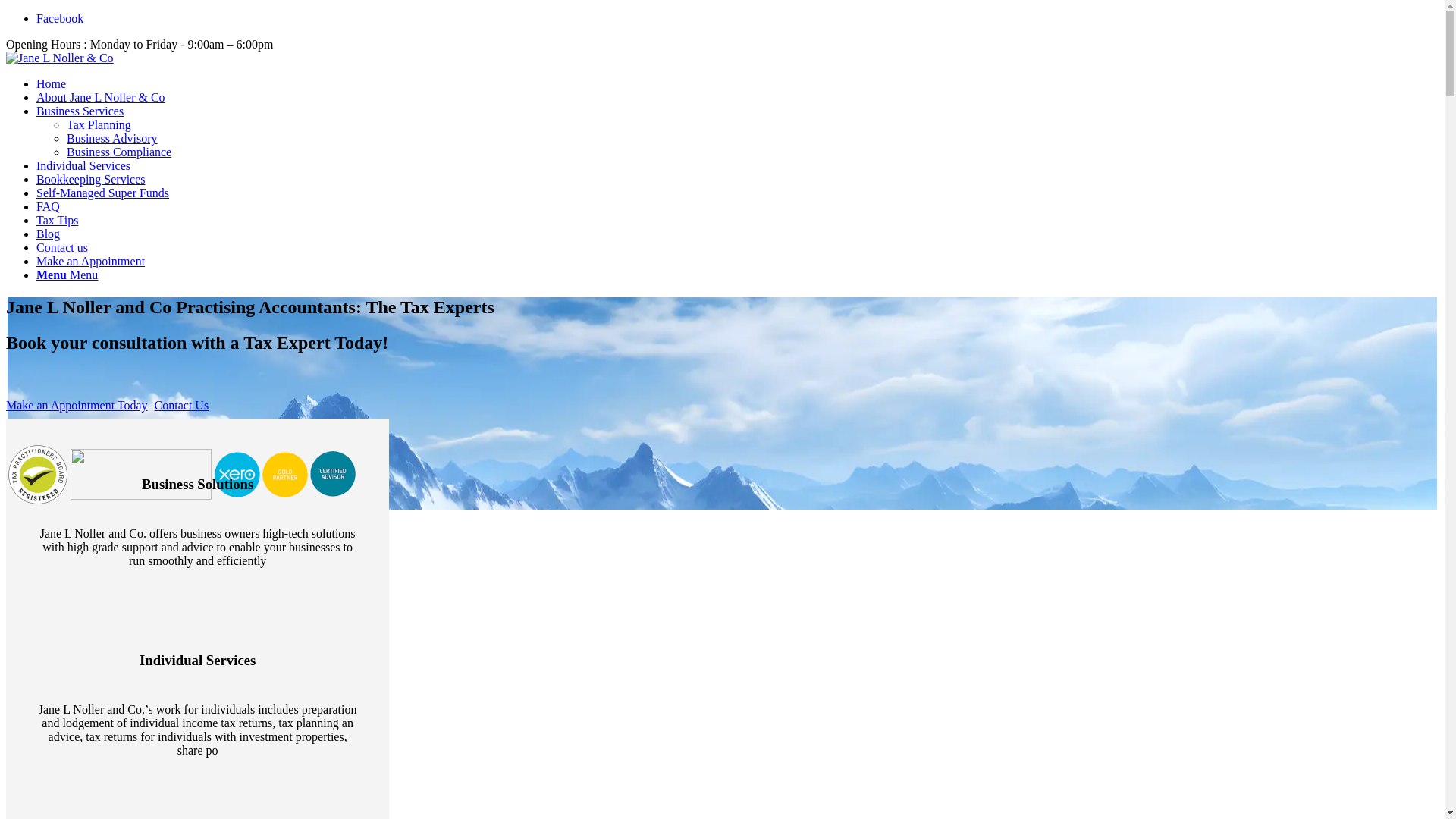  I want to click on 'Business Advisory', so click(65, 138).